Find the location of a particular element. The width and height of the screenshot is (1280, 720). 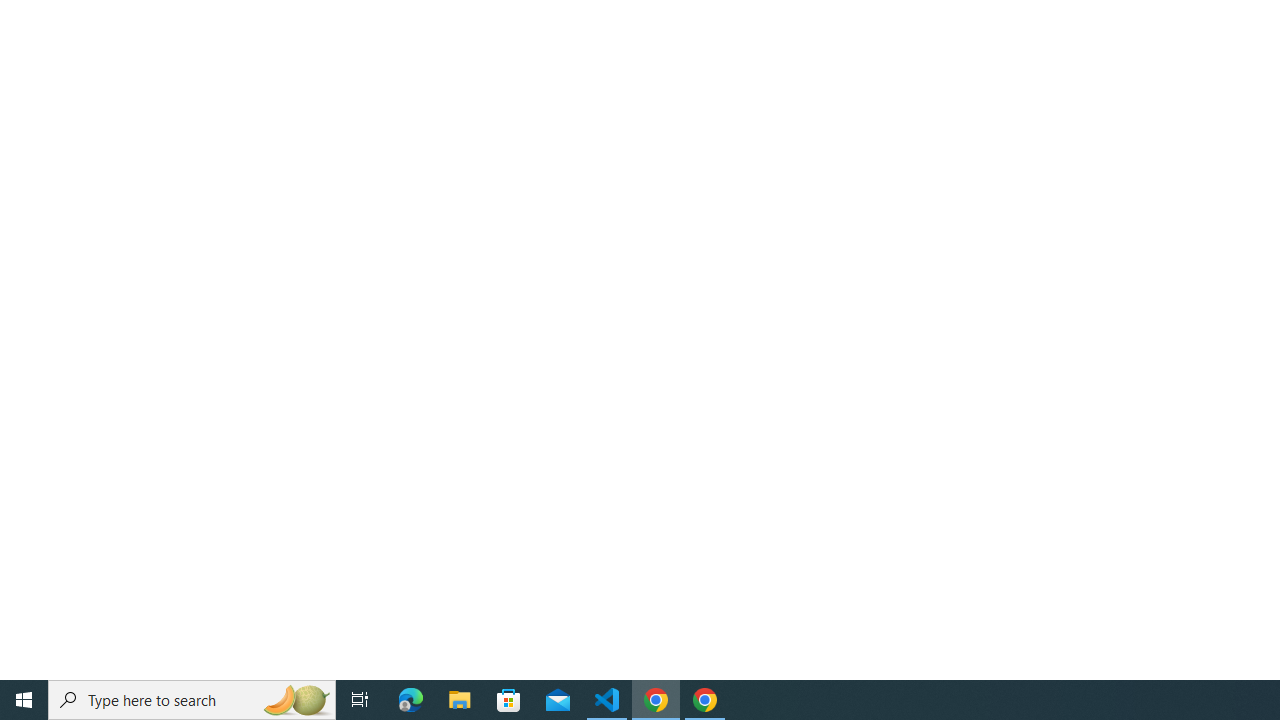

'Task View' is located at coordinates (359, 698).